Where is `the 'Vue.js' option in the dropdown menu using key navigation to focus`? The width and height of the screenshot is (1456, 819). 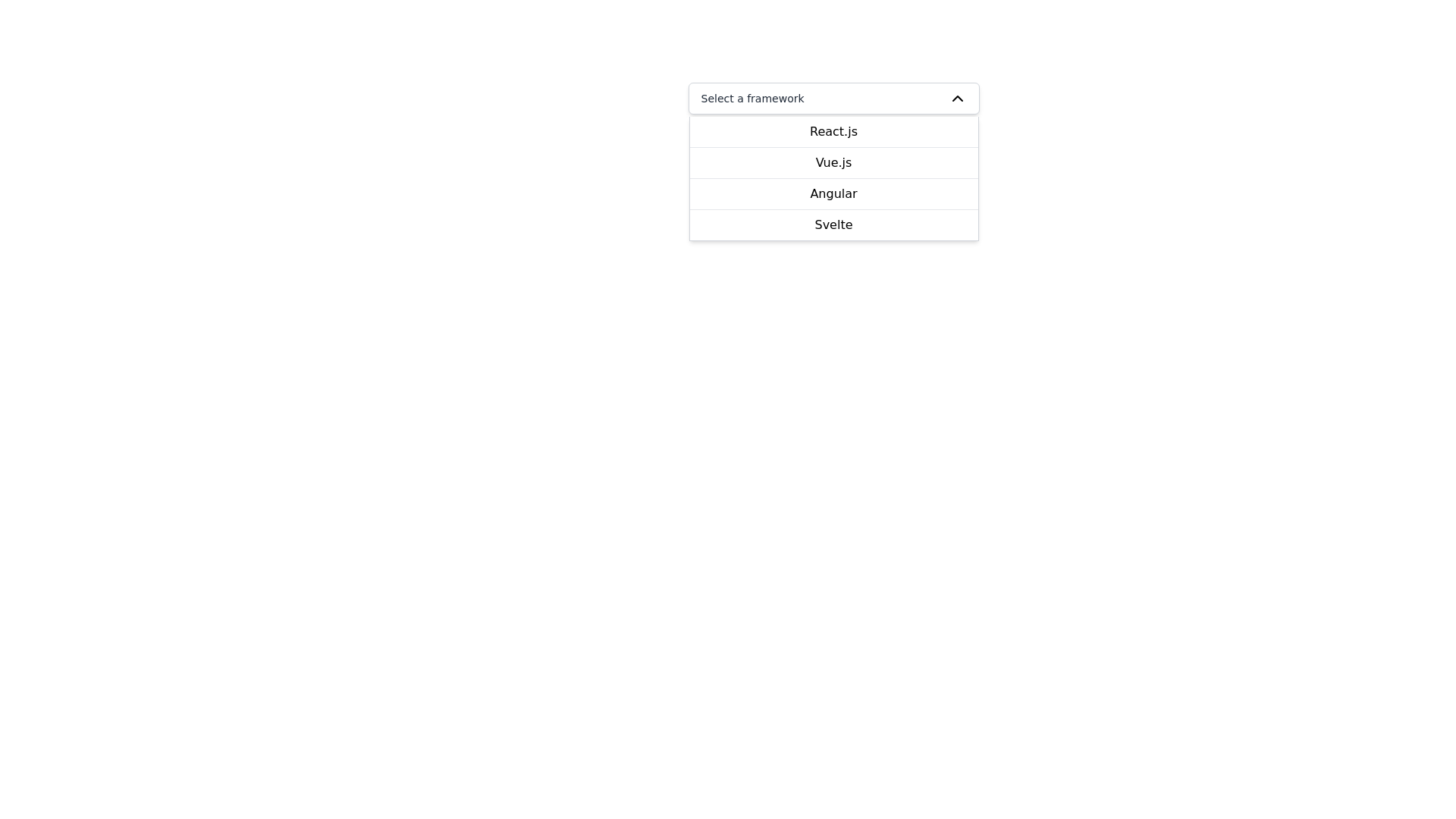
the 'Vue.js' option in the dropdown menu using key navigation to focus is located at coordinates (833, 162).